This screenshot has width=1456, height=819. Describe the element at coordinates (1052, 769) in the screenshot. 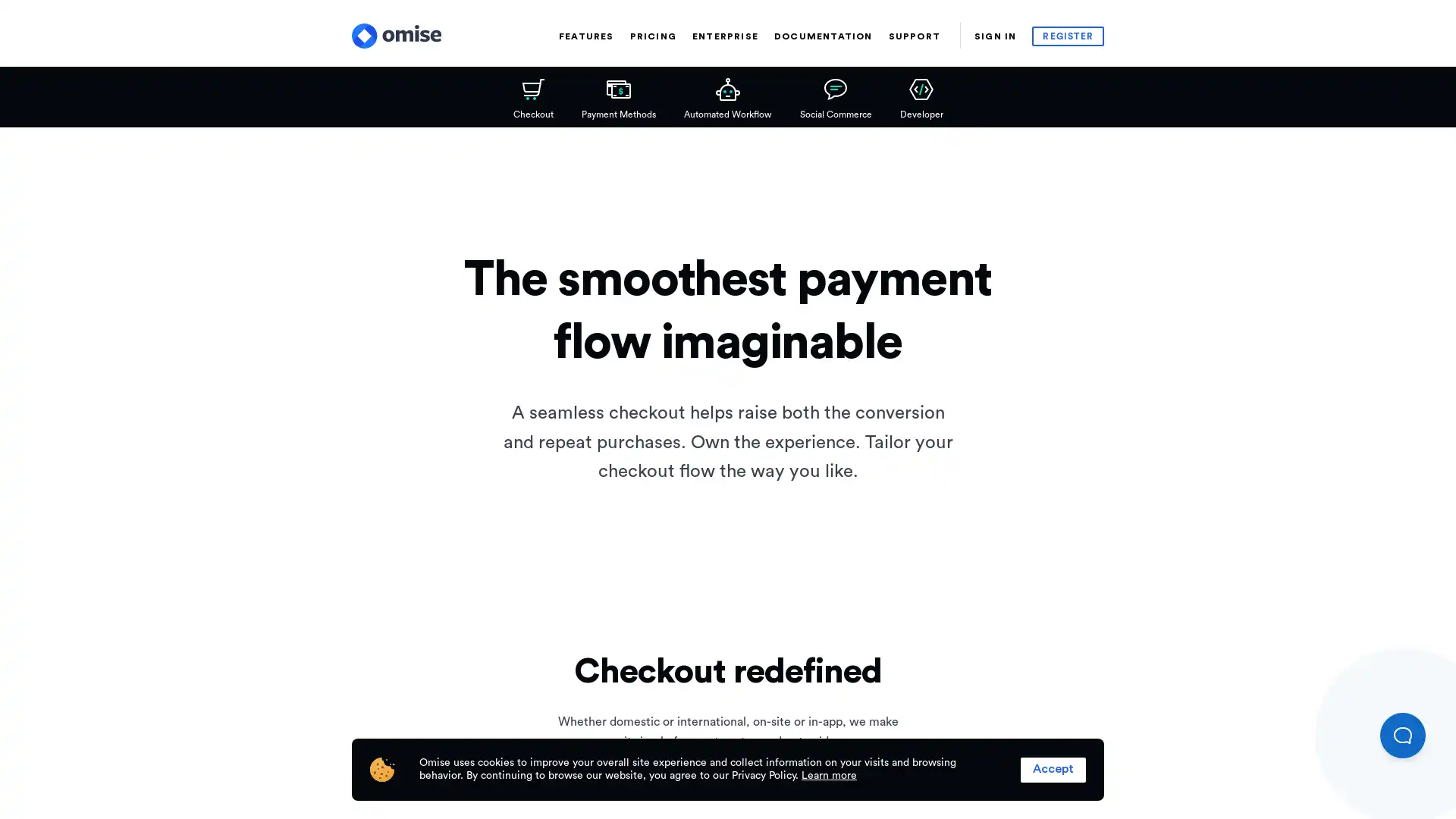

I see `Accept` at that location.